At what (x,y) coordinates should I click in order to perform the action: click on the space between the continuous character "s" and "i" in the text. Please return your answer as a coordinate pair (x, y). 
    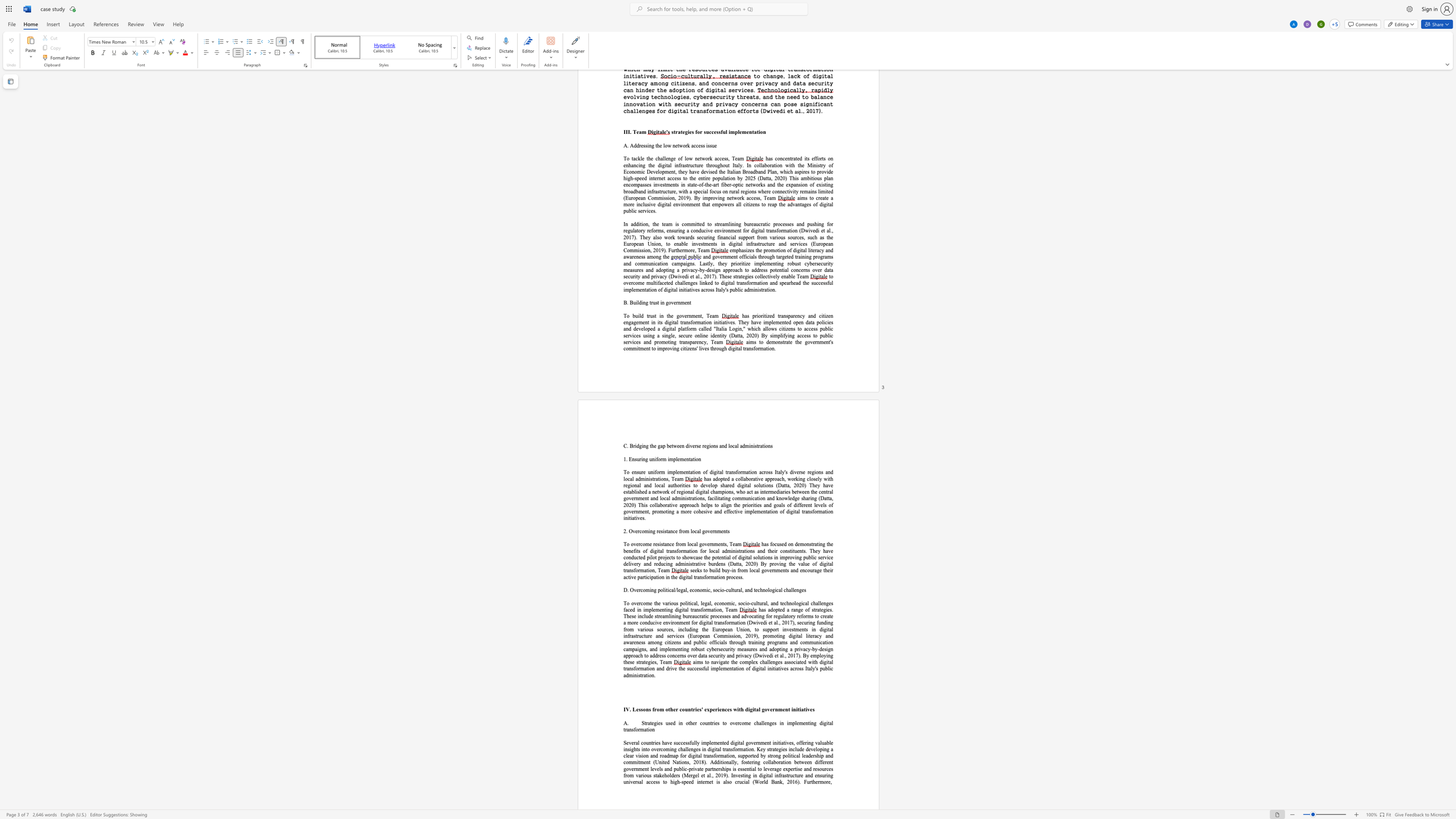
    Looking at the image, I should click on (662, 531).